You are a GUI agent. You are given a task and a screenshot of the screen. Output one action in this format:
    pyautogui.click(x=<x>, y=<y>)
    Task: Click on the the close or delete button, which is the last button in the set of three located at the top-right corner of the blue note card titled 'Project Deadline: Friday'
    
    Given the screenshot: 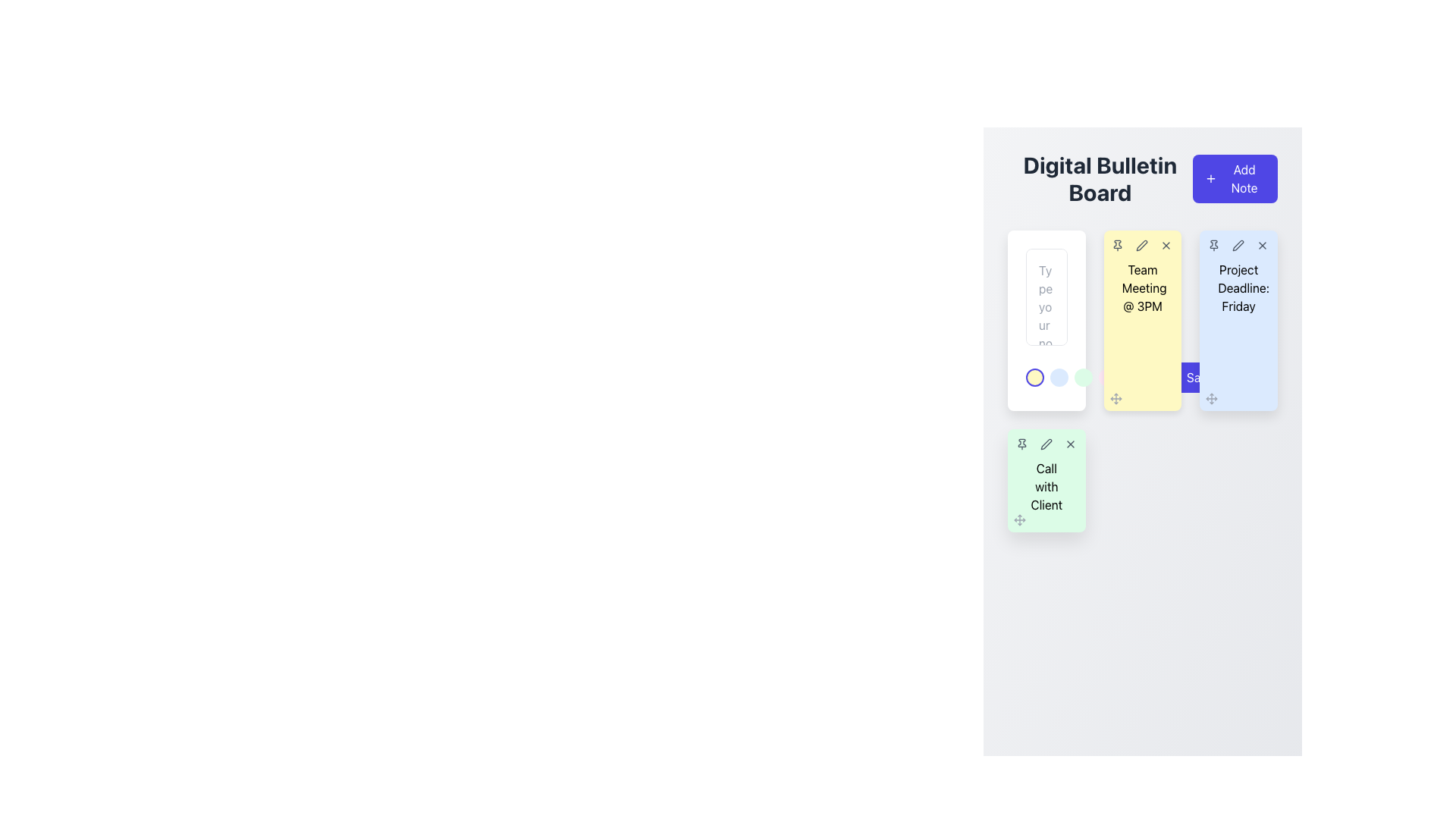 What is the action you would take?
    pyautogui.click(x=1263, y=245)
    